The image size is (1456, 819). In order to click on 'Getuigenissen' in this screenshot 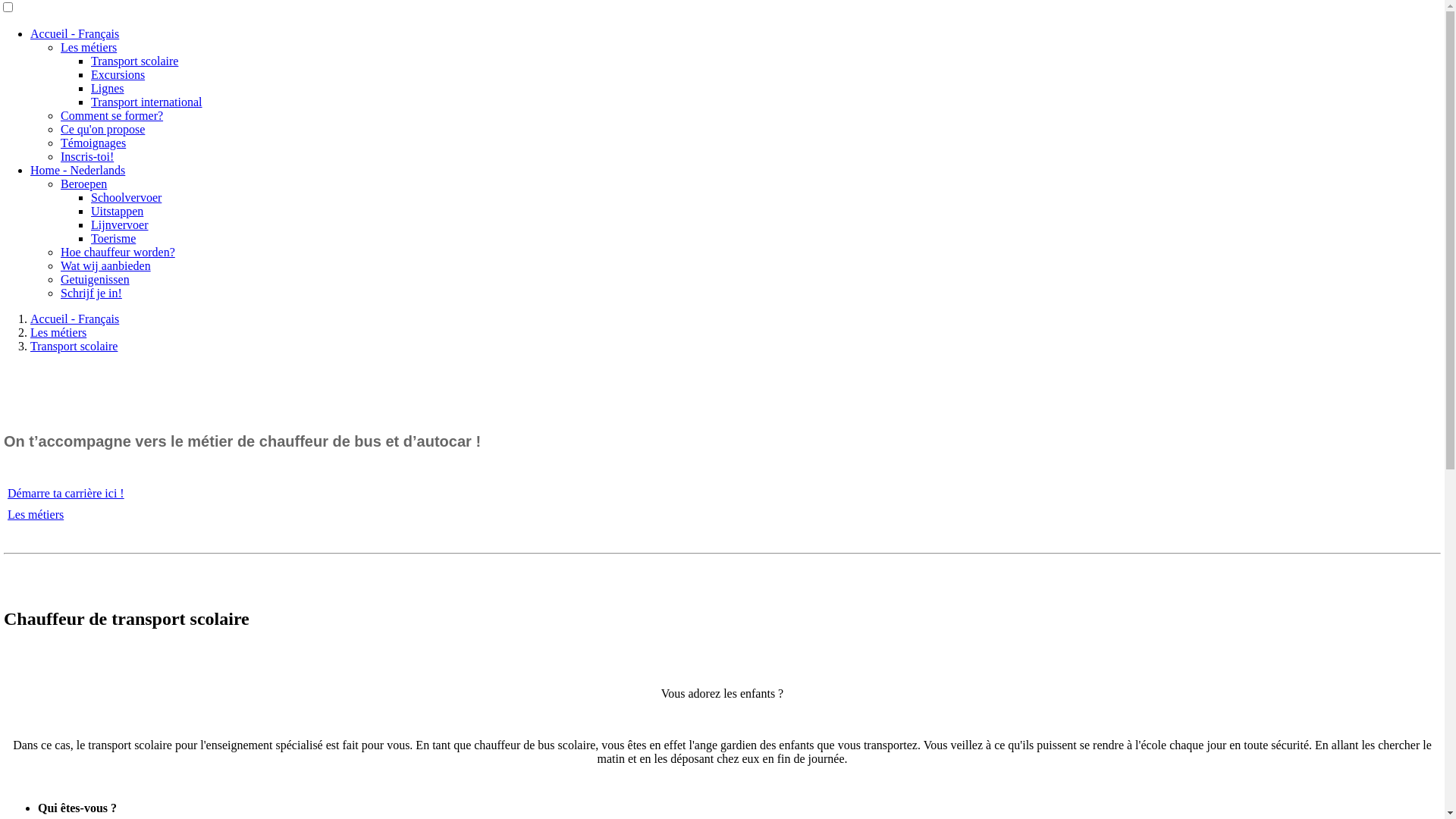, I will do `click(94, 279)`.